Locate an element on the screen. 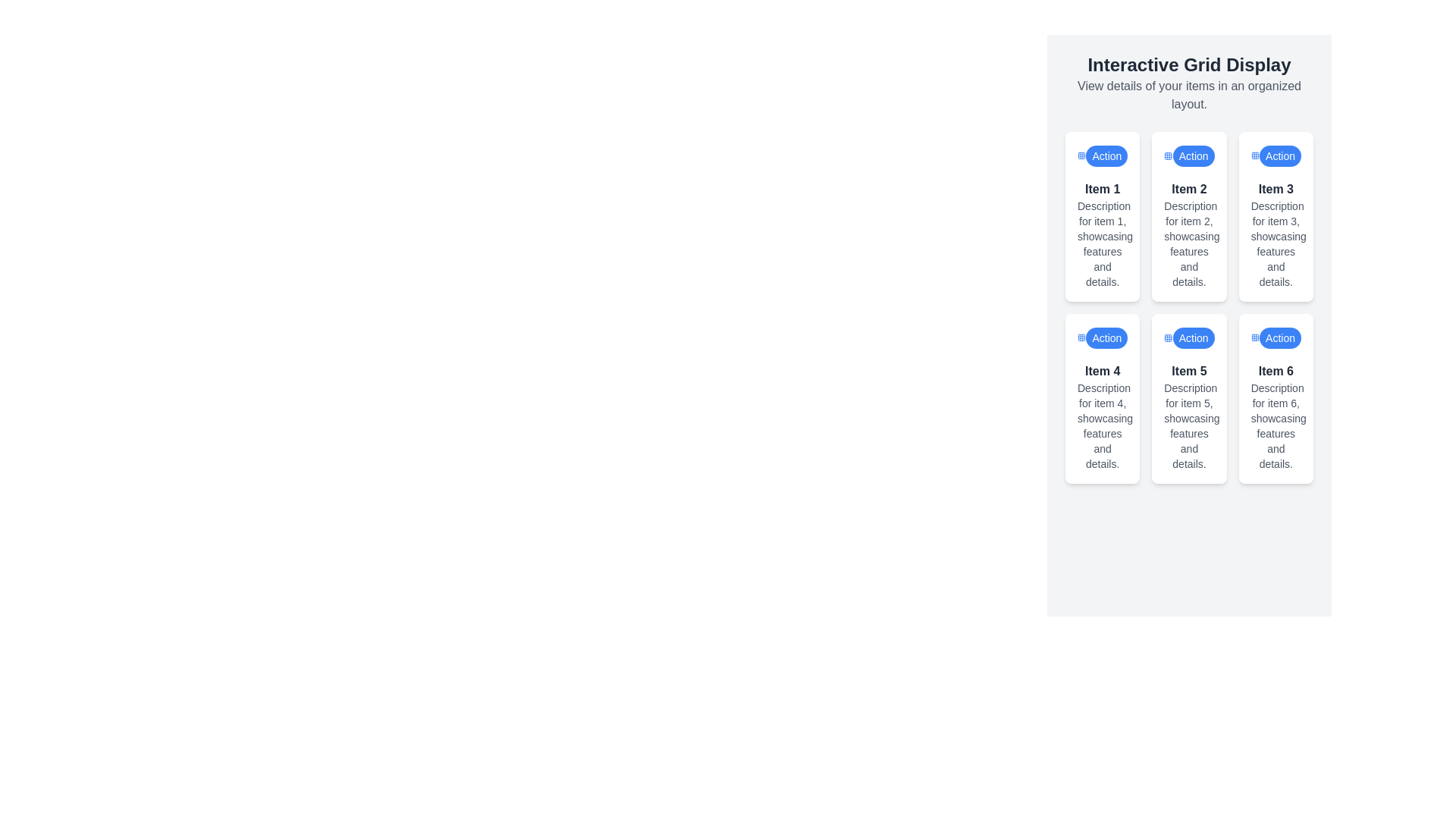  grid layout icon with SVG graphics located in the 'Item 4' card under the 'Interactive Grid Display' header, positioned to the left of the 'Action' button is located at coordinates (1081, 337).